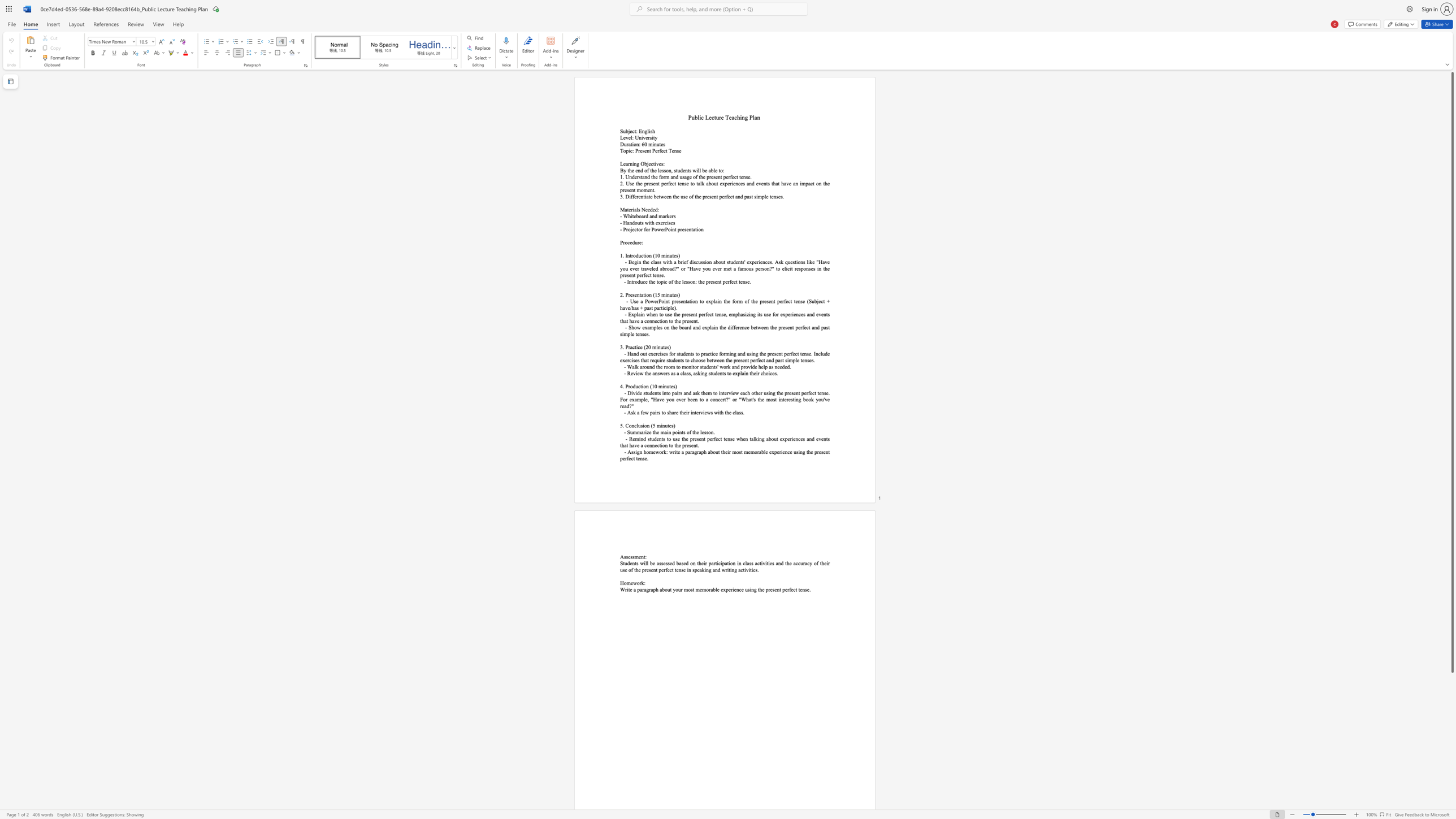 This screenshot has width=1456, height=819. Describe the element at coordinates (701, 372) in the screenshot. I see `the 2th character "i" in the text` at that location.